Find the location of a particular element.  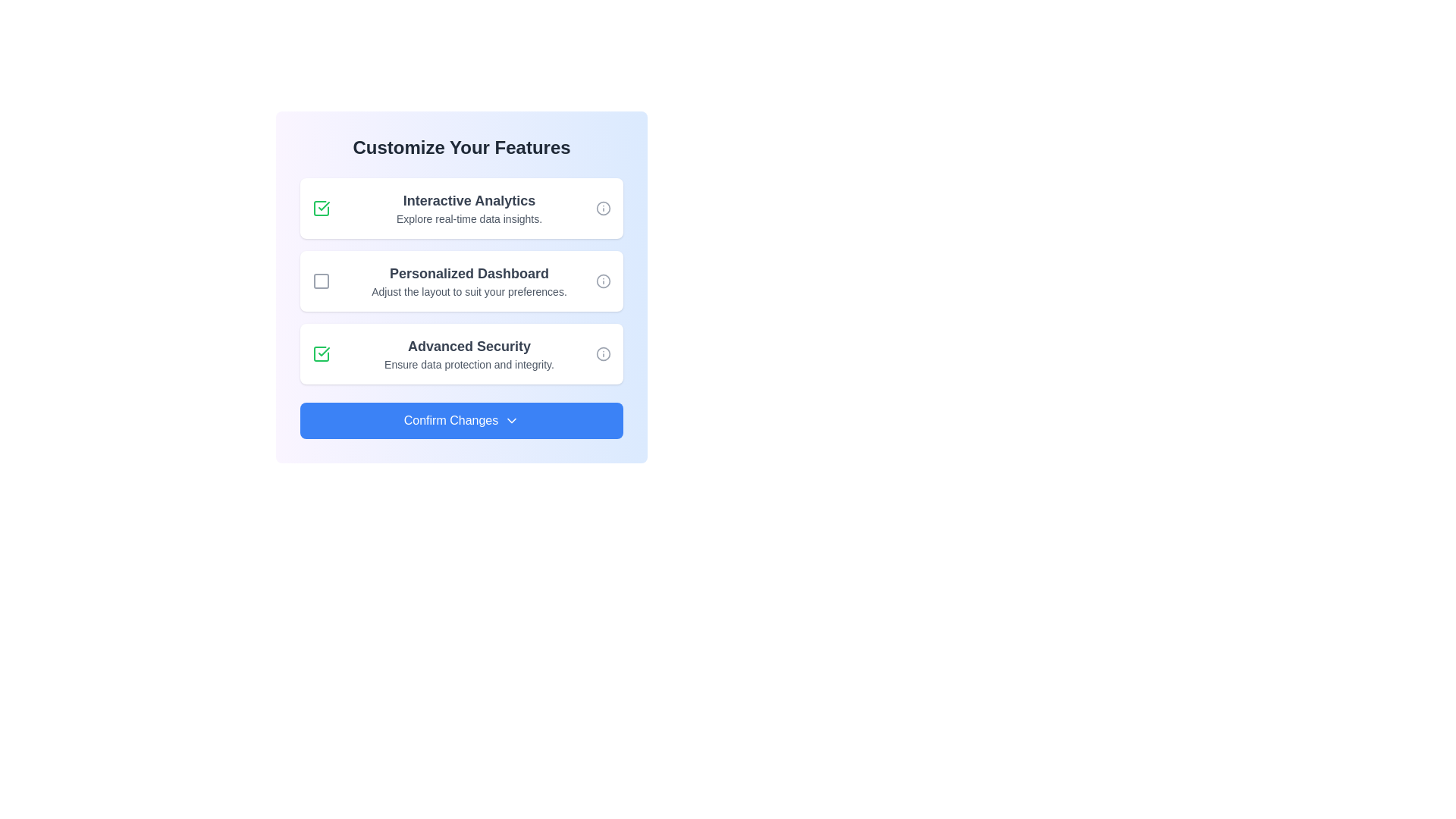

the text label that reads 'Explore real-time data insights.' located beneath the 'Interactive Analytics' header is located at coordinates (469, 219).